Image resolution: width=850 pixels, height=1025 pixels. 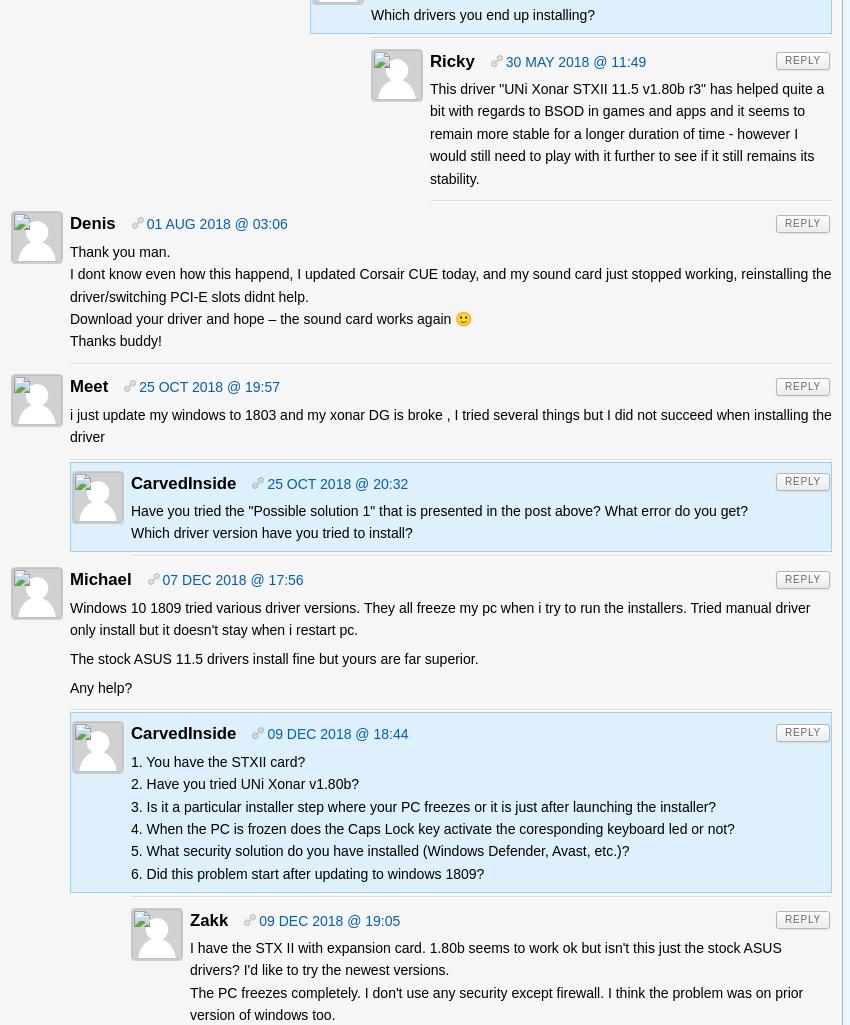 What do you see at coordinates (70, 284) in the screenshot?
I see `'I dont know even how this happend, I updated Corsair CUE today, and my sound card just stopped working, reinstalling the driver/switching PCI-E slots didnt help.'` at bounding box center [70, 284].